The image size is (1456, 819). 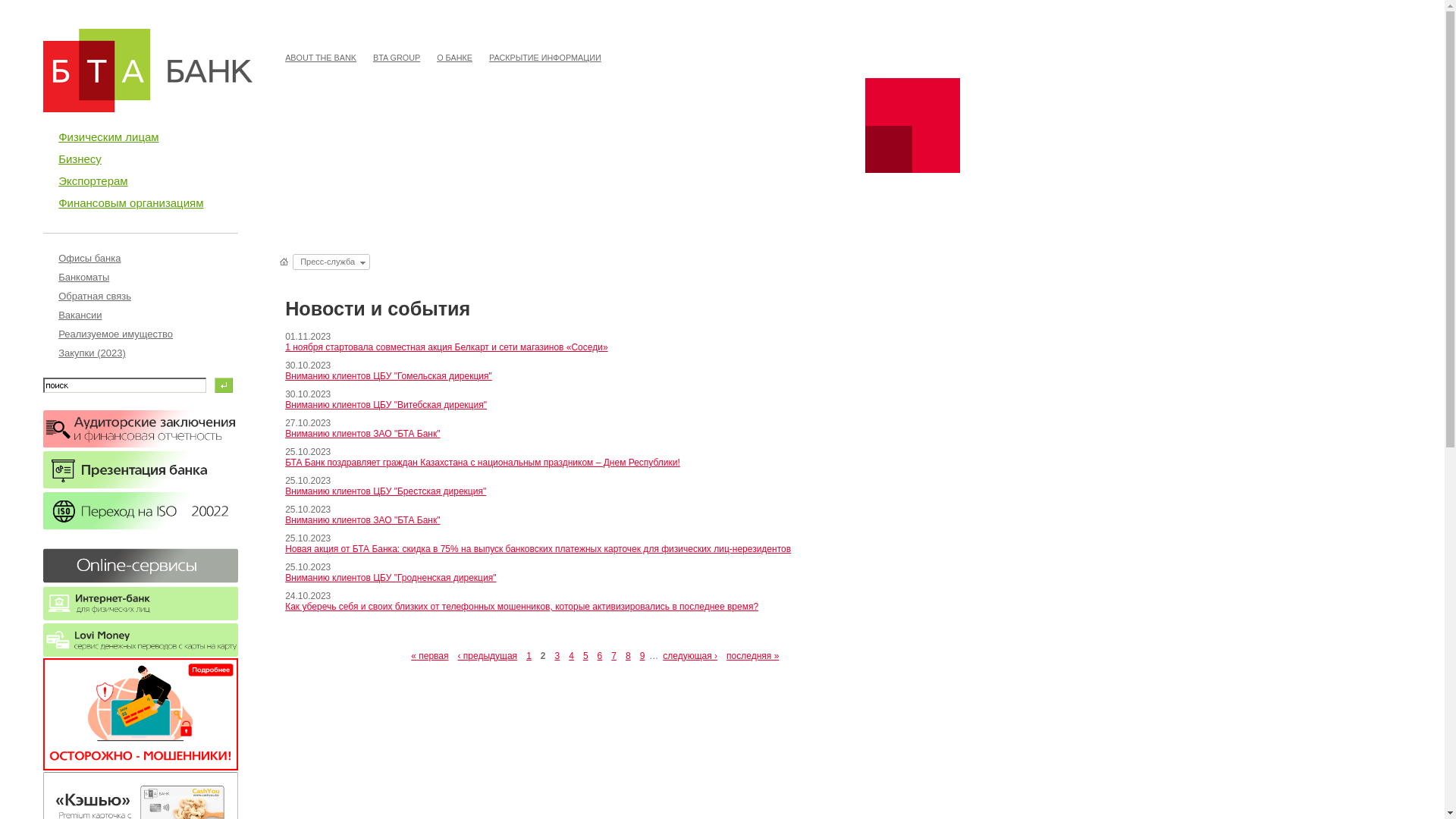 I want to click on '3', so click(x=557, y=654).